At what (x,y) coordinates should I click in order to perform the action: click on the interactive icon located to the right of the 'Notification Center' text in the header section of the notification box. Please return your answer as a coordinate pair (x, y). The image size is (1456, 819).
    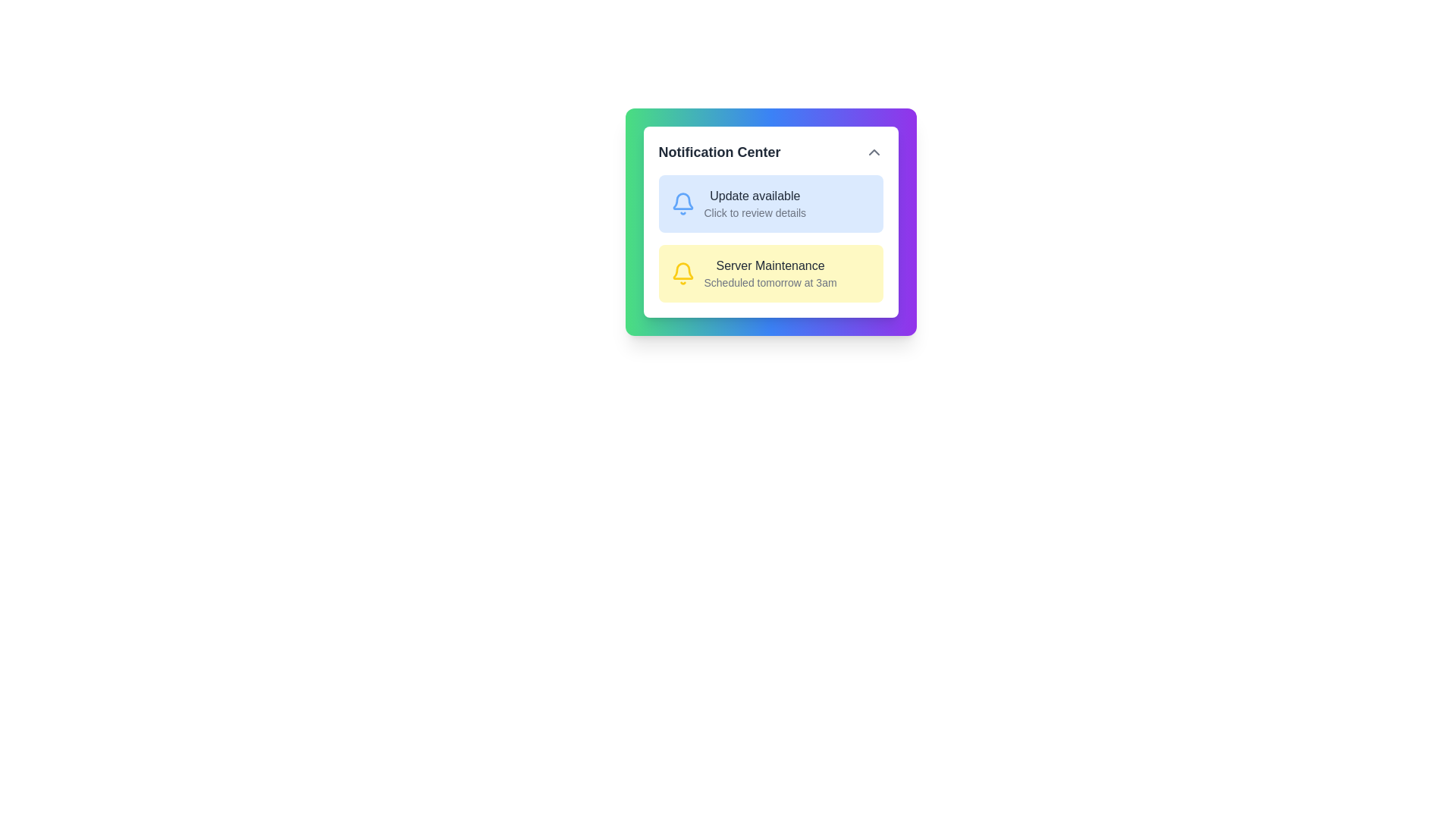
    Looking at the image, I should click on (874, 152).